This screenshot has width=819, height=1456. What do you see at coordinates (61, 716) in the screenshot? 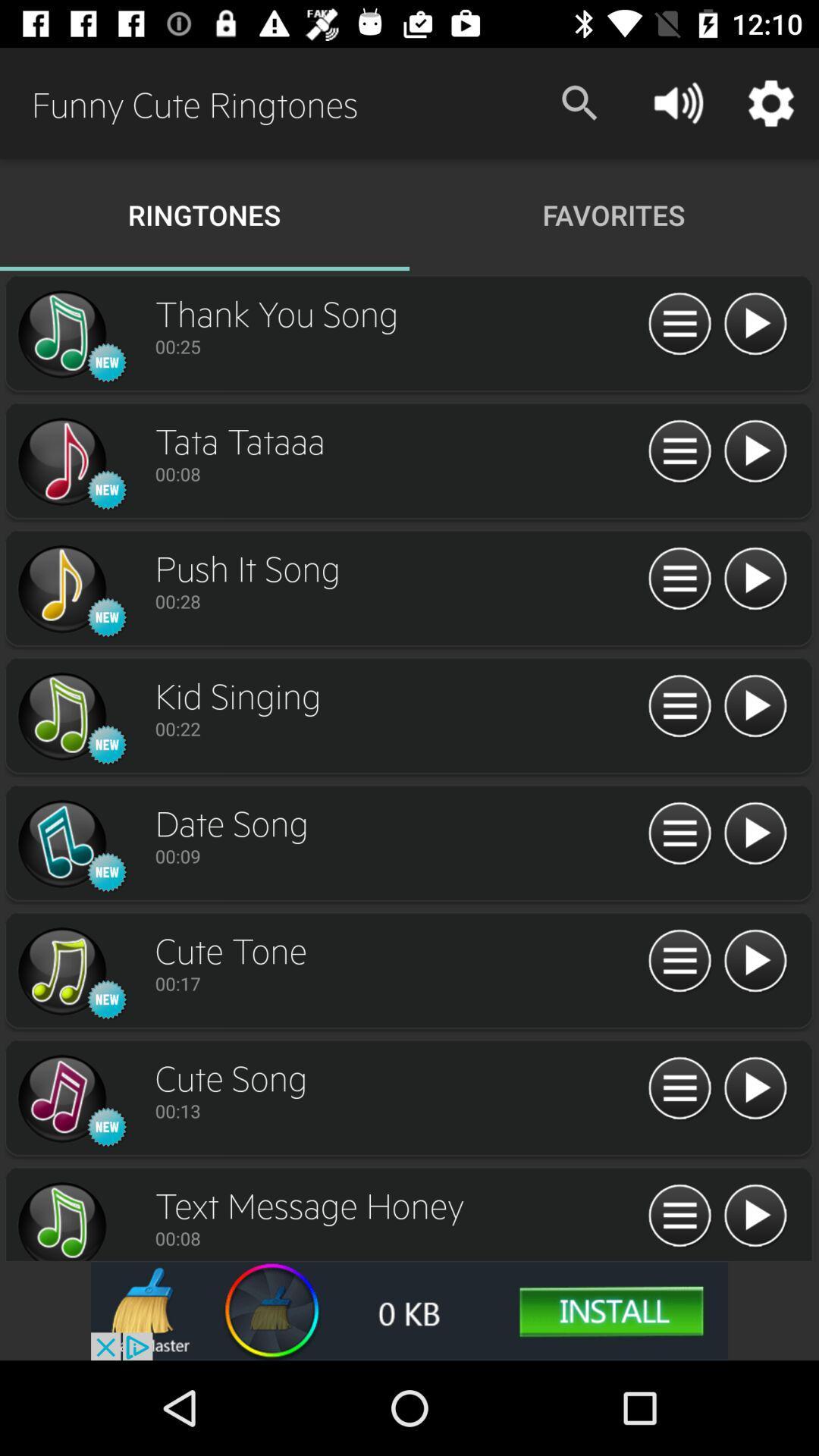
I see `kid singing` at bounding box center [61, 716].